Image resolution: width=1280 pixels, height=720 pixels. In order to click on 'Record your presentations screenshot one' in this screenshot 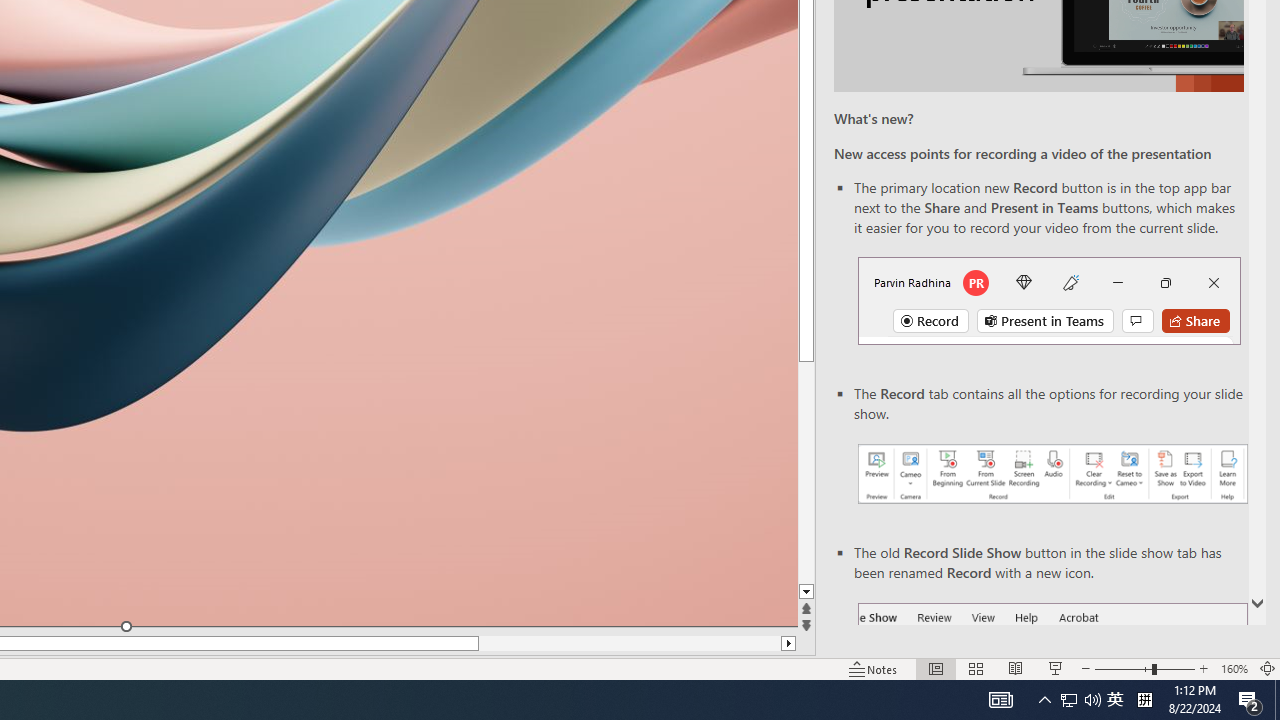, I will do `click(1051, 474)`.